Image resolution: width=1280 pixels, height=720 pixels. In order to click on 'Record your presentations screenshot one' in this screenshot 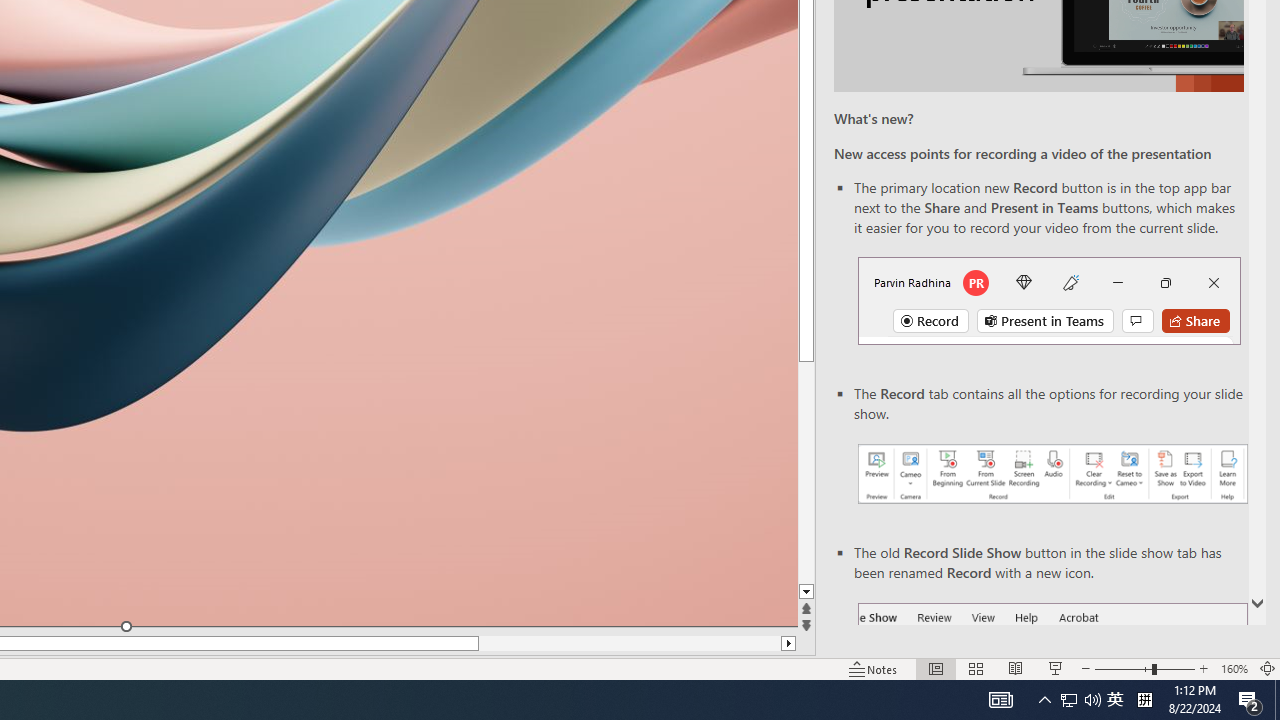, I will do `click(1051, 474)`.